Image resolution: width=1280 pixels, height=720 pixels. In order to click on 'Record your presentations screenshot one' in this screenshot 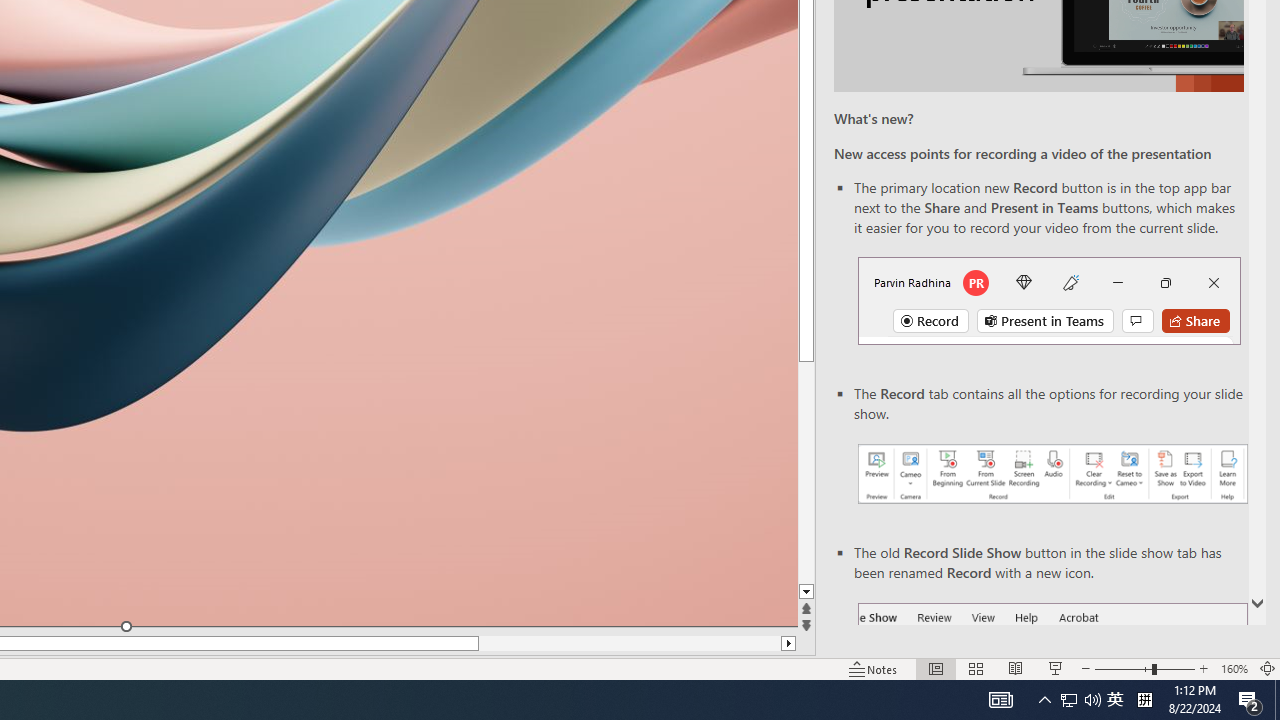, I will do `click(1051, 474)`.